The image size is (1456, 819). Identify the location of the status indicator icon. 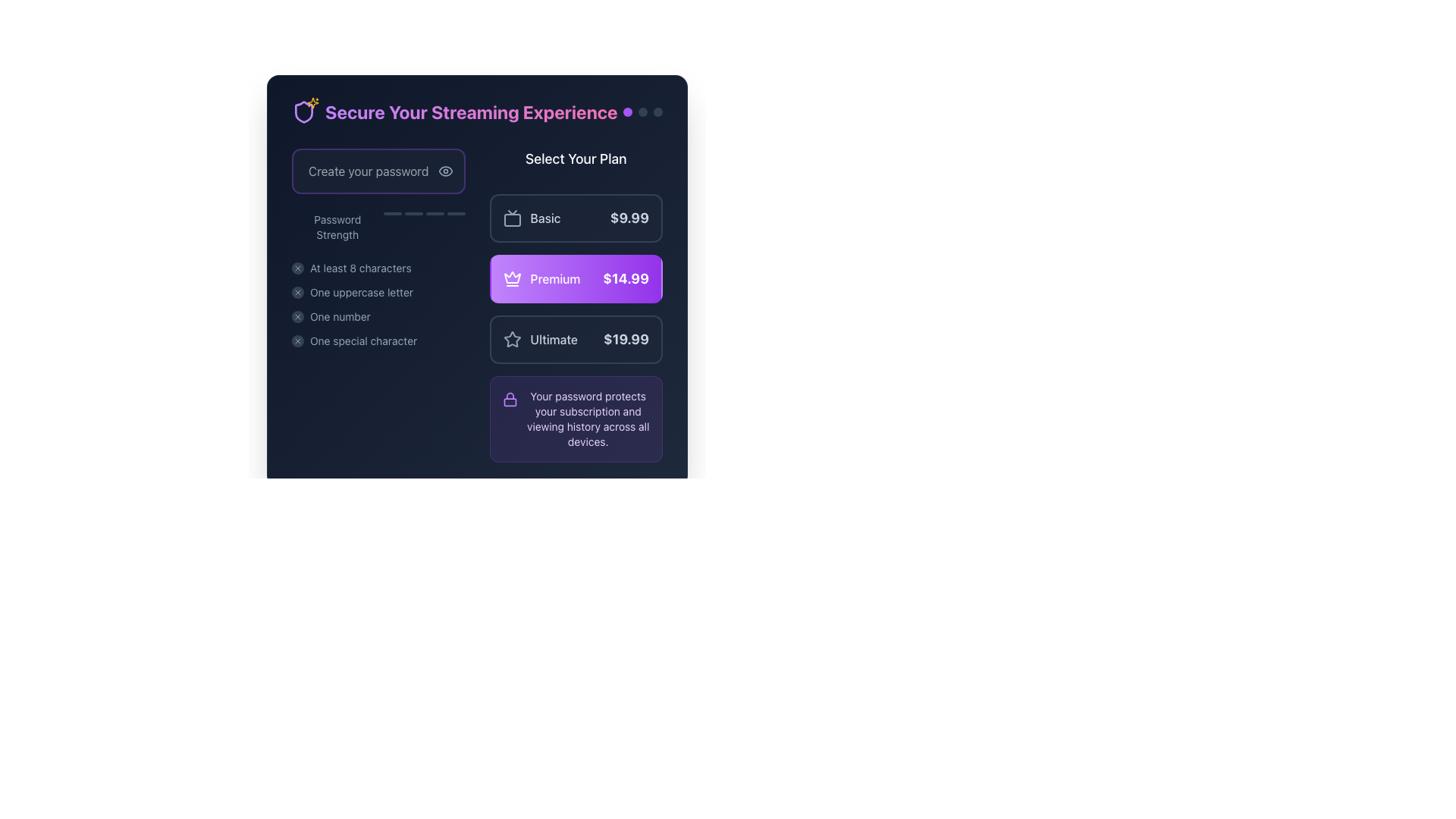
(298, 268).